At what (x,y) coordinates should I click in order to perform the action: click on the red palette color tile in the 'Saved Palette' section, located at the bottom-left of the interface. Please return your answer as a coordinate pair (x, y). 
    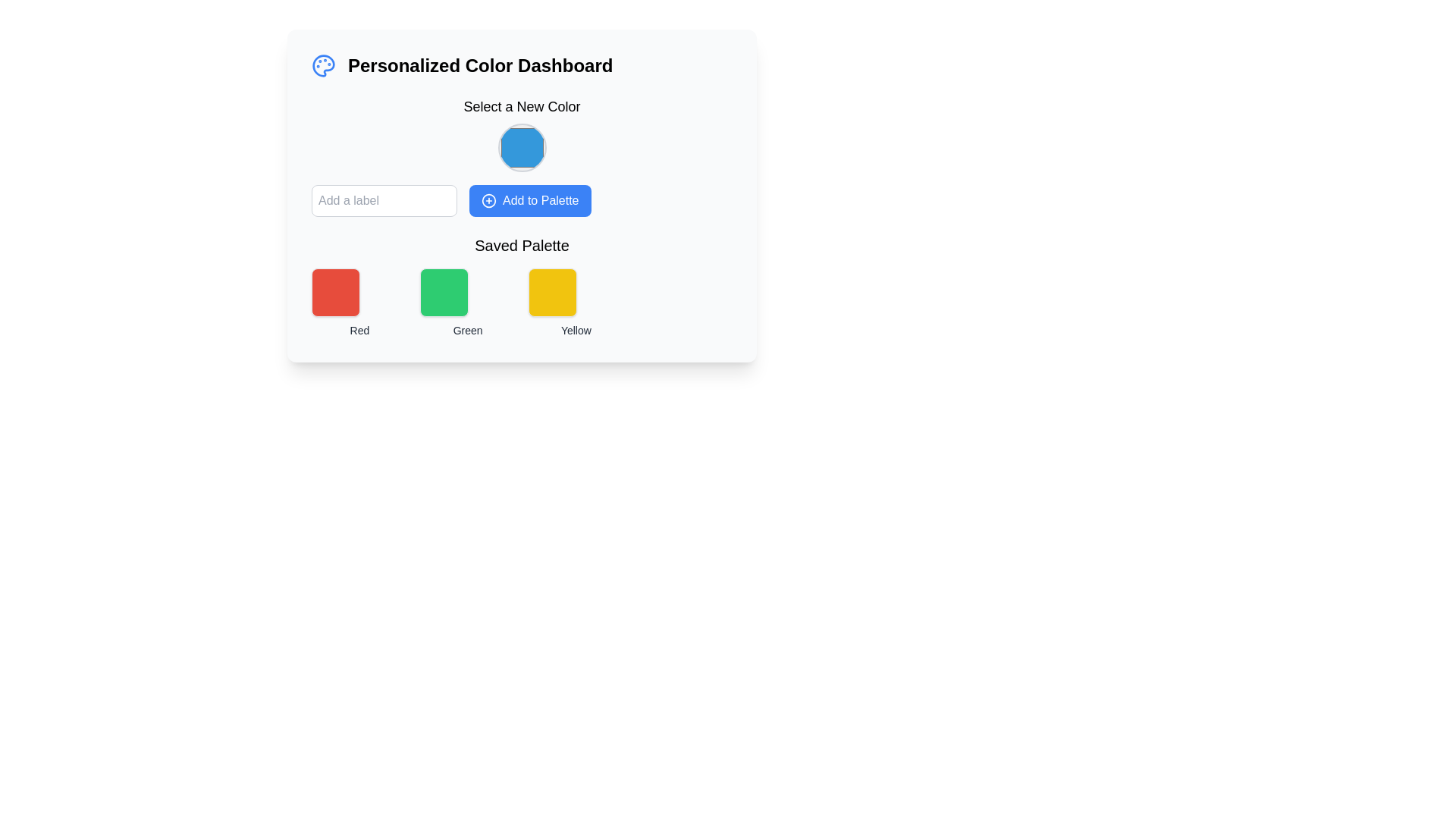
    Looking at the image, I should click on (334, 292).